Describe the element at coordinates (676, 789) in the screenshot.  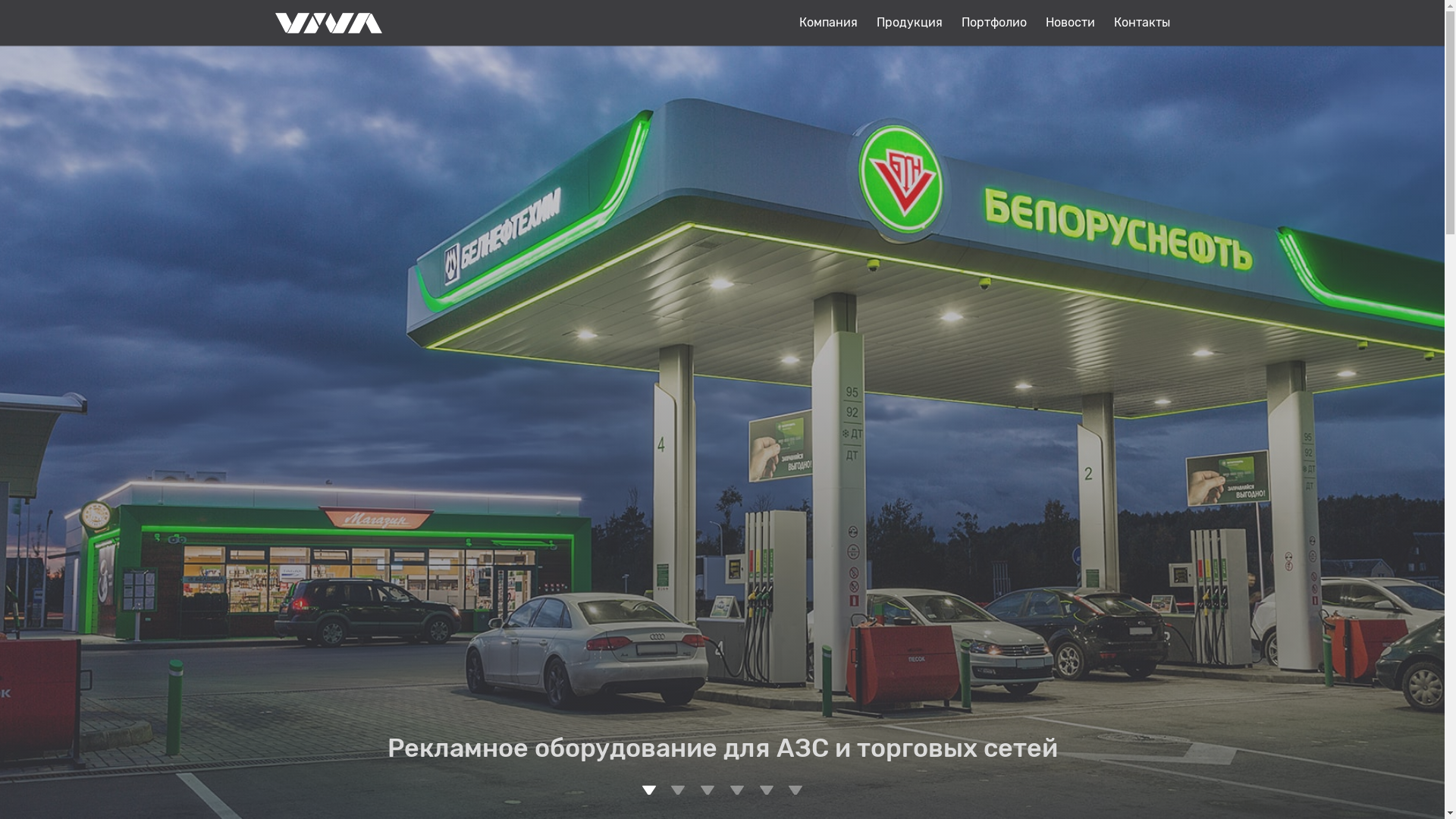
I see `'2'` at that location.